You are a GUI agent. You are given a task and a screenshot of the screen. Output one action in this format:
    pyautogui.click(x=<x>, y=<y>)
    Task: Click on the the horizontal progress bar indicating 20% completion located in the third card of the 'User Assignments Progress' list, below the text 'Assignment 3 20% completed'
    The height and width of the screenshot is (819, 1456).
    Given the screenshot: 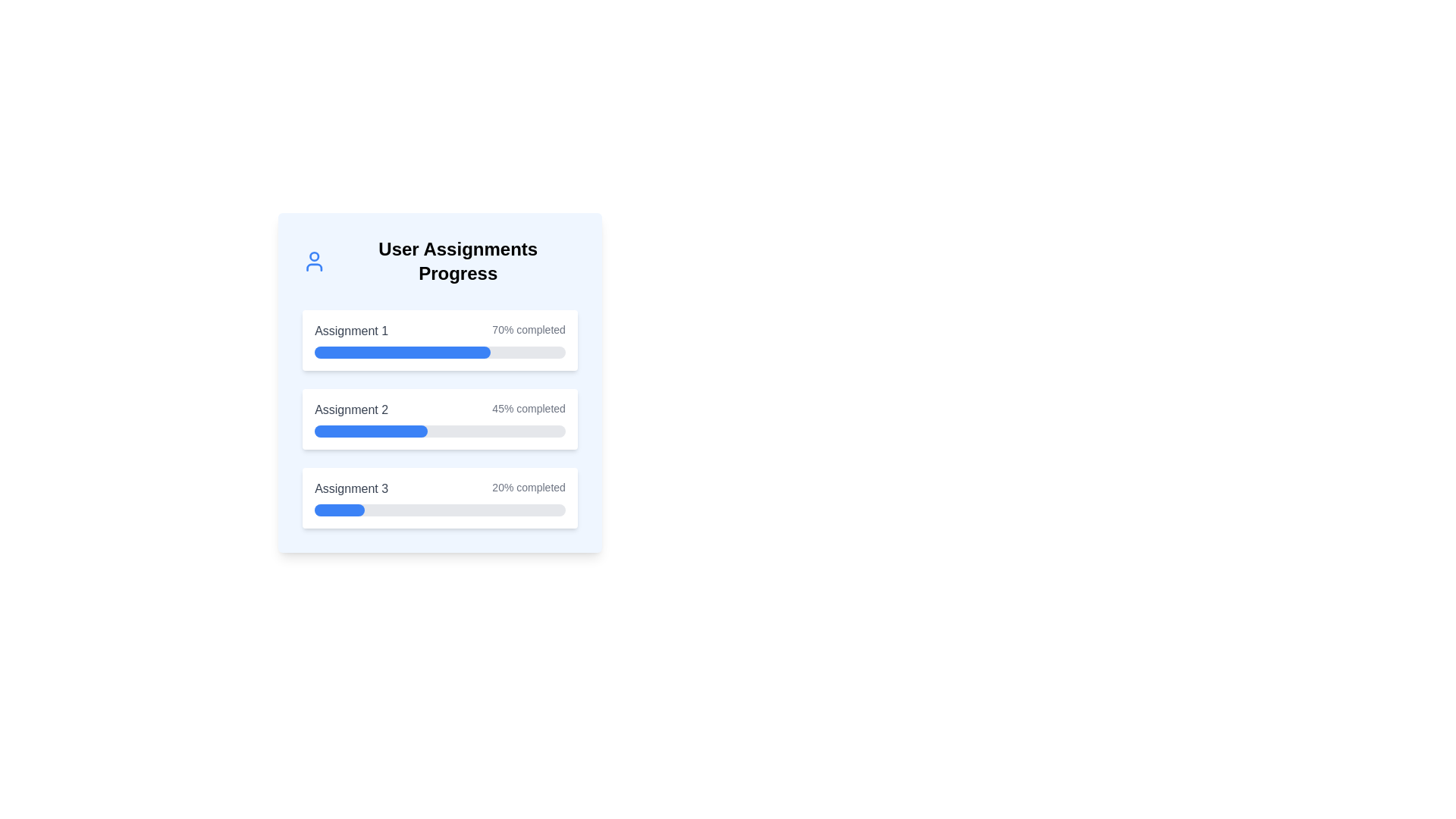 What is the action you would take?
    pyautogui.click(x=439, y=510)
    